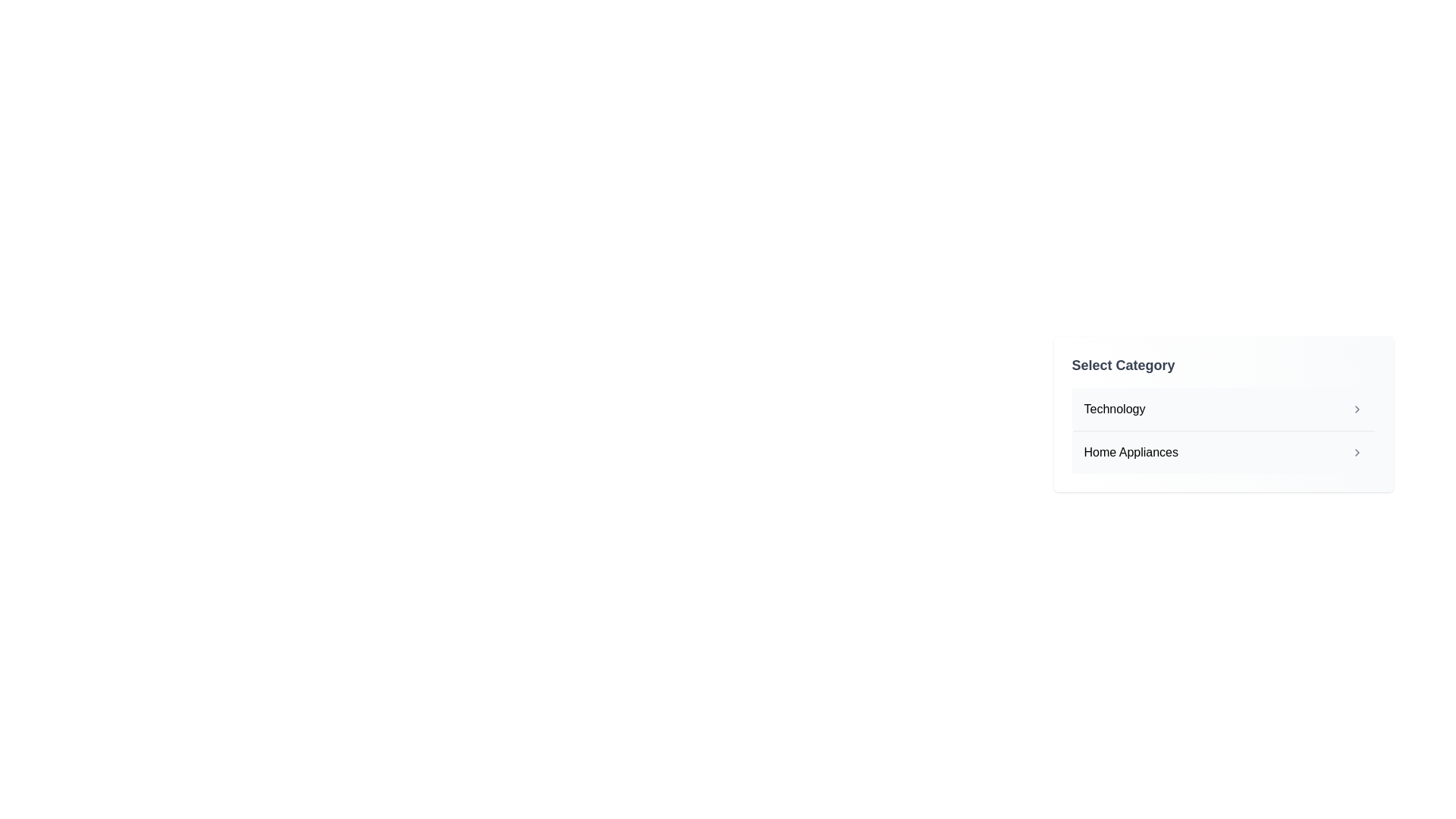 The width and height of the screenshot is (1456, 819). I want to click on the 'Technology' text label that is prominently displayed in a light gray rectangular box, part of a vertical list of selectable categories, so click(1114, 409).